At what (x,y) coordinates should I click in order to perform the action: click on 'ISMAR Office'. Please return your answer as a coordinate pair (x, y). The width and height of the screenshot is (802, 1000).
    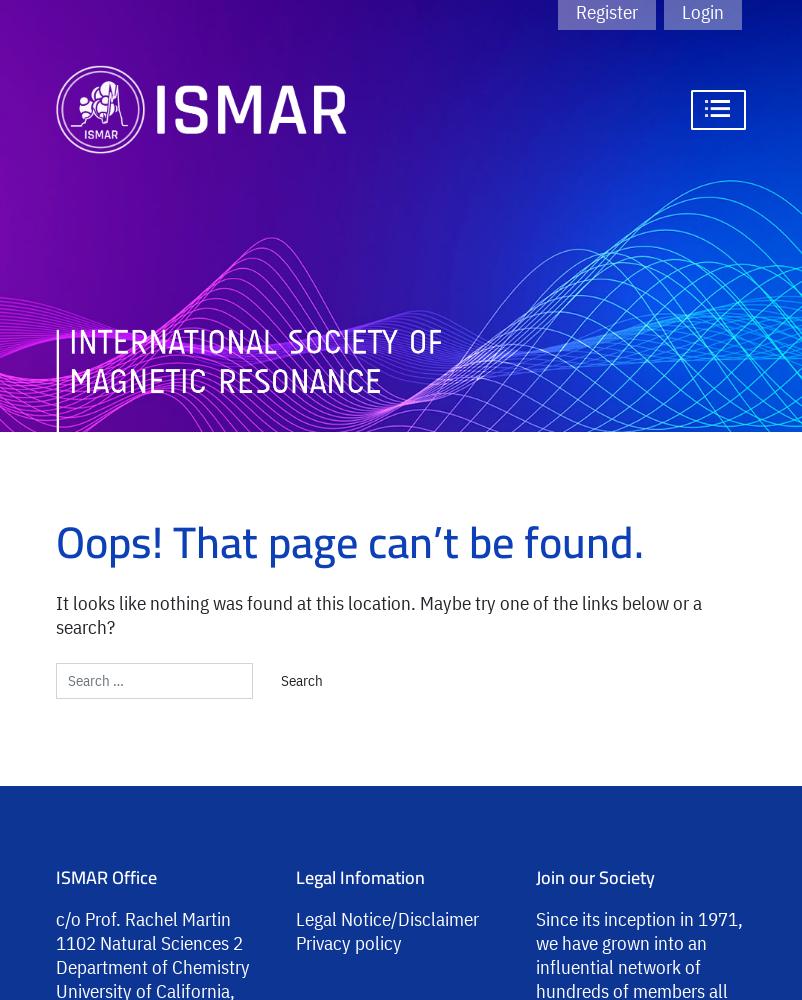
    Looking at the image, I should click on (106, 876).